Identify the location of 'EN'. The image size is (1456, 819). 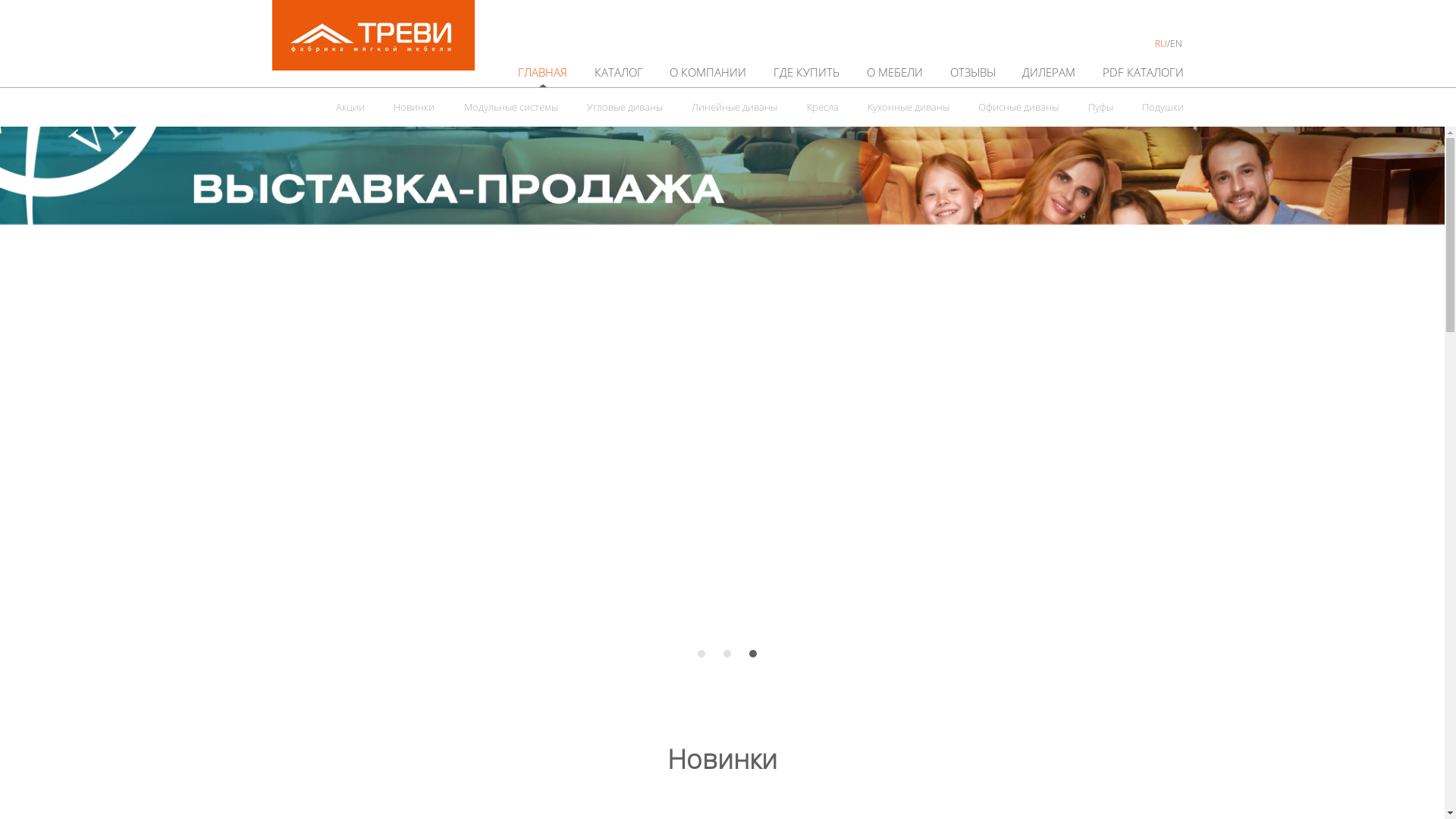
(1175, 42).